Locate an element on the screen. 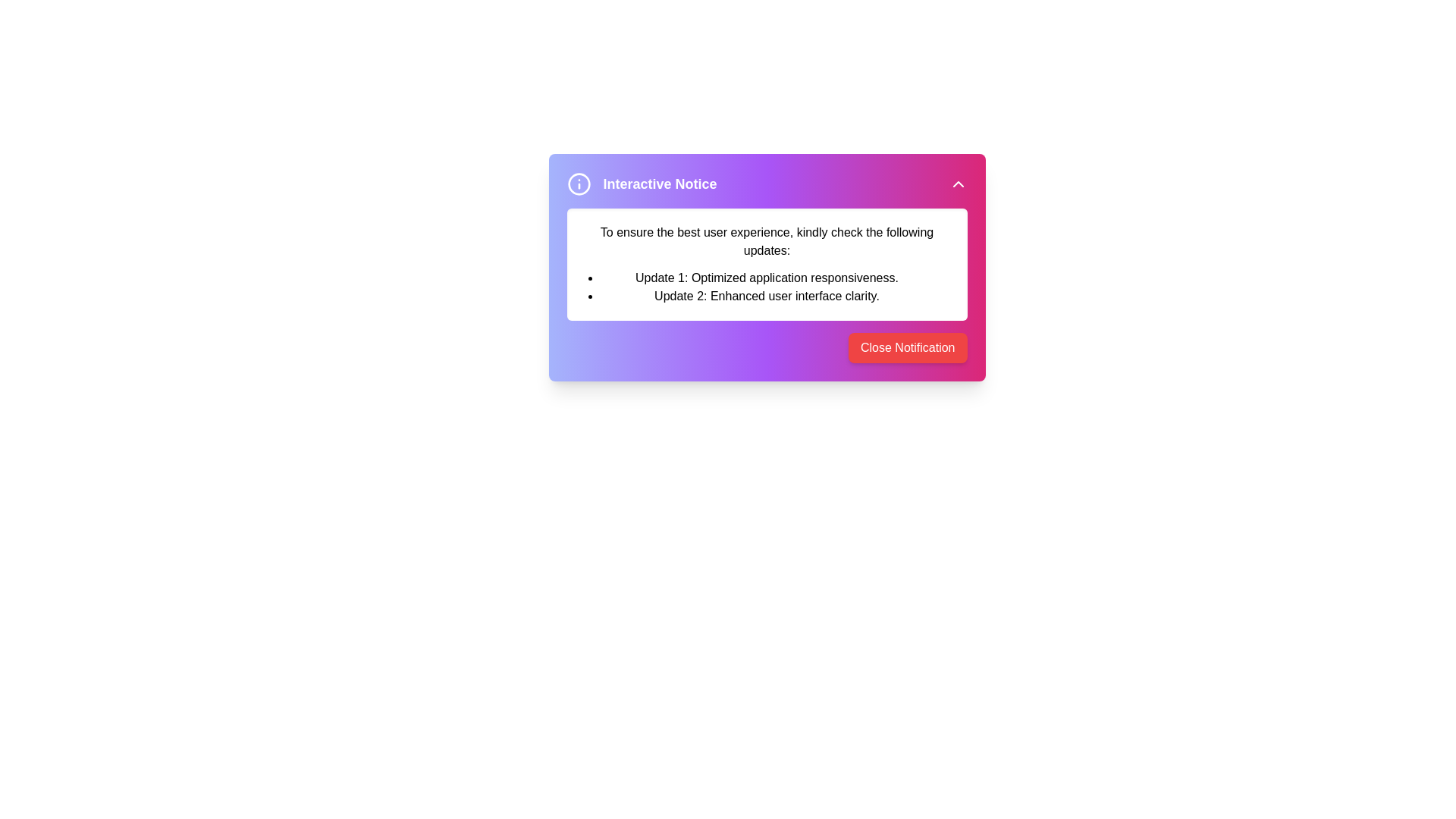 This screenshot has width=1456, height=819. the 'Close Notification' button to close the notification is located at coordinates (908, 348).